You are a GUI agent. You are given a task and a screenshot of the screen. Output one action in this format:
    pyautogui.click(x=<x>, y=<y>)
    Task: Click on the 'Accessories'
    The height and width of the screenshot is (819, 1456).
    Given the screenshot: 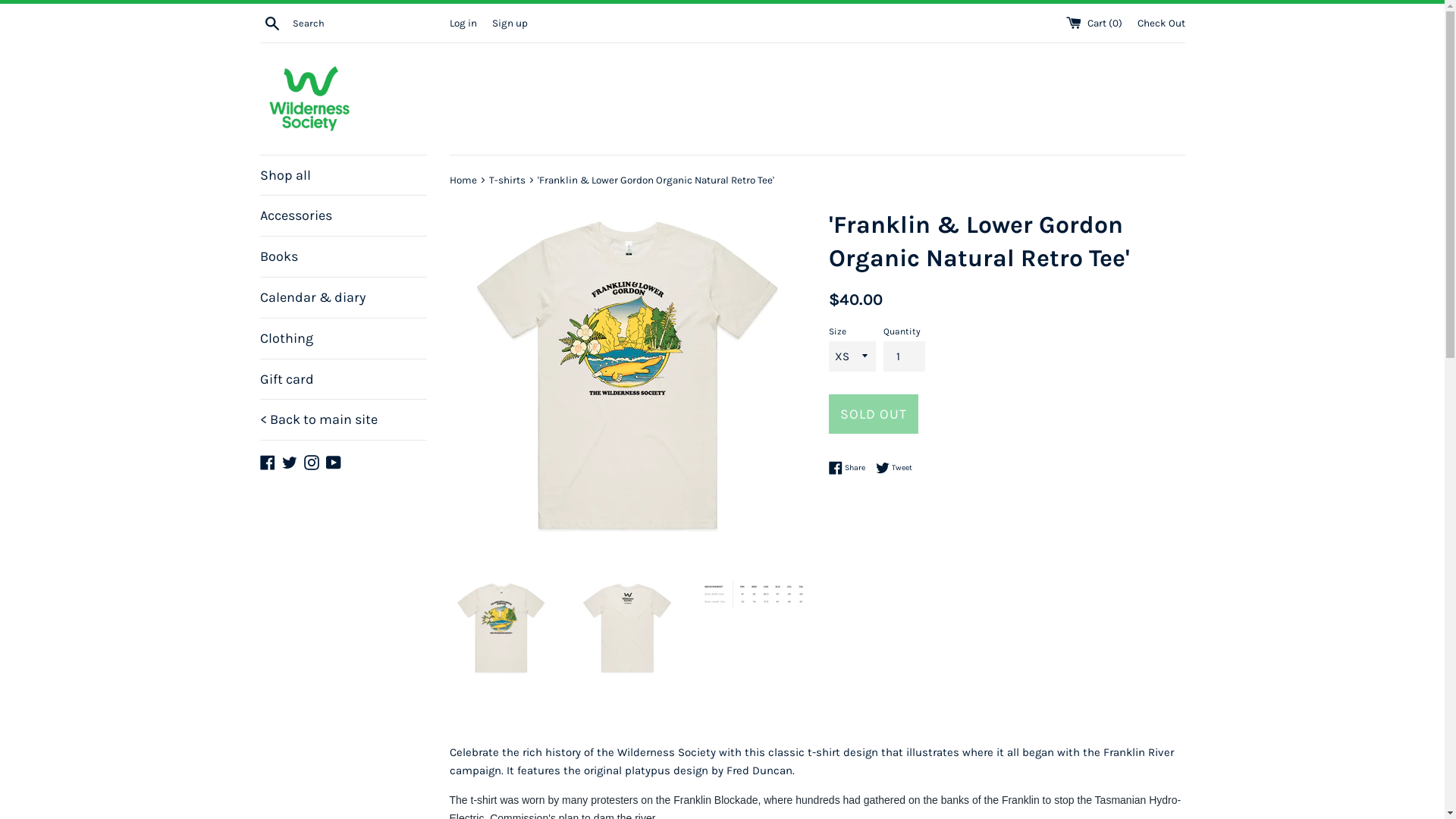 What is the action you would take?
    pyautogui.click(x=341, y=215)
    